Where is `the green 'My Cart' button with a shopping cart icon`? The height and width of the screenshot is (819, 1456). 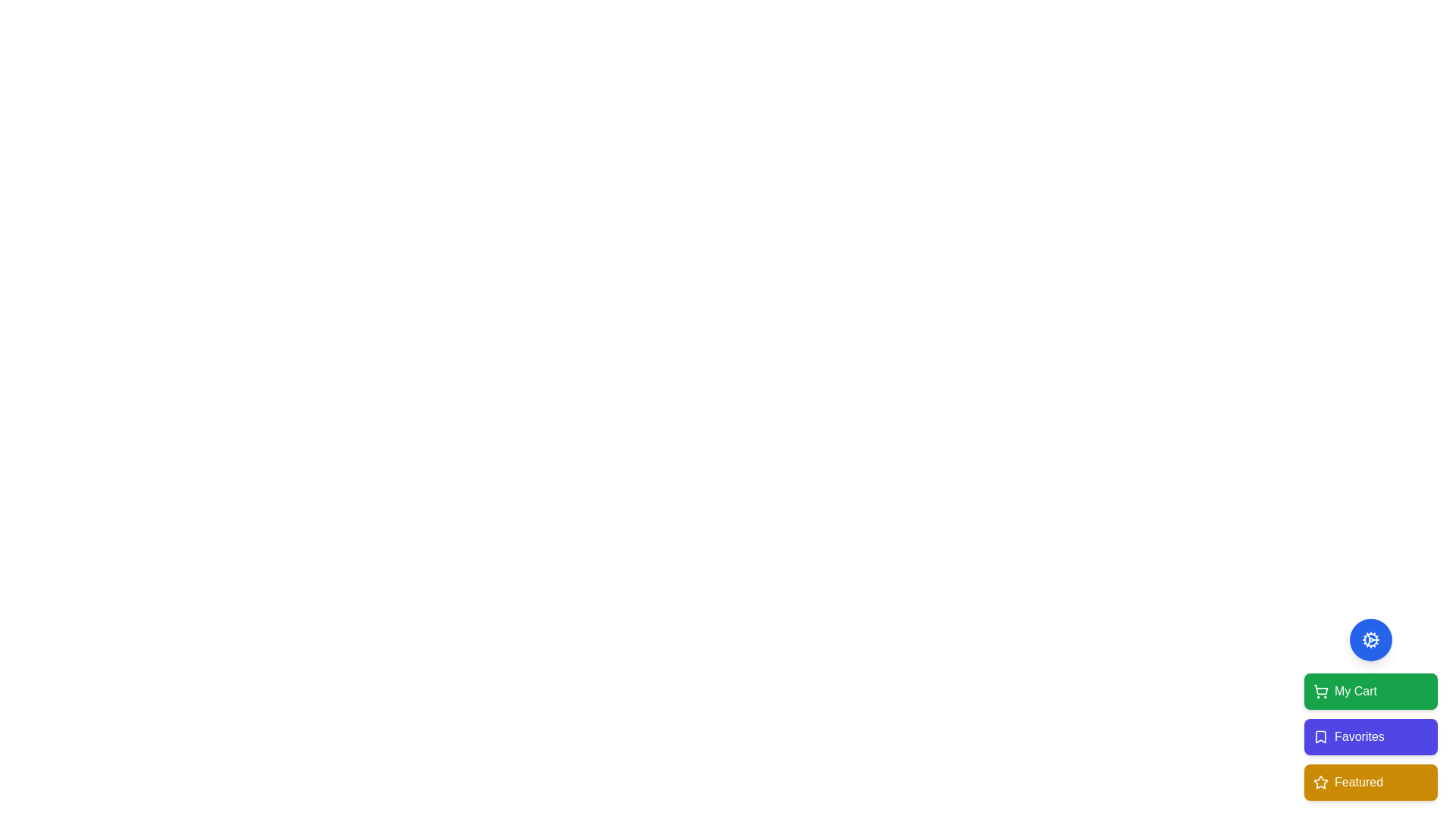
the green 'My Cart' button with a shopping cart icon is located at coordinates (1371, 691).